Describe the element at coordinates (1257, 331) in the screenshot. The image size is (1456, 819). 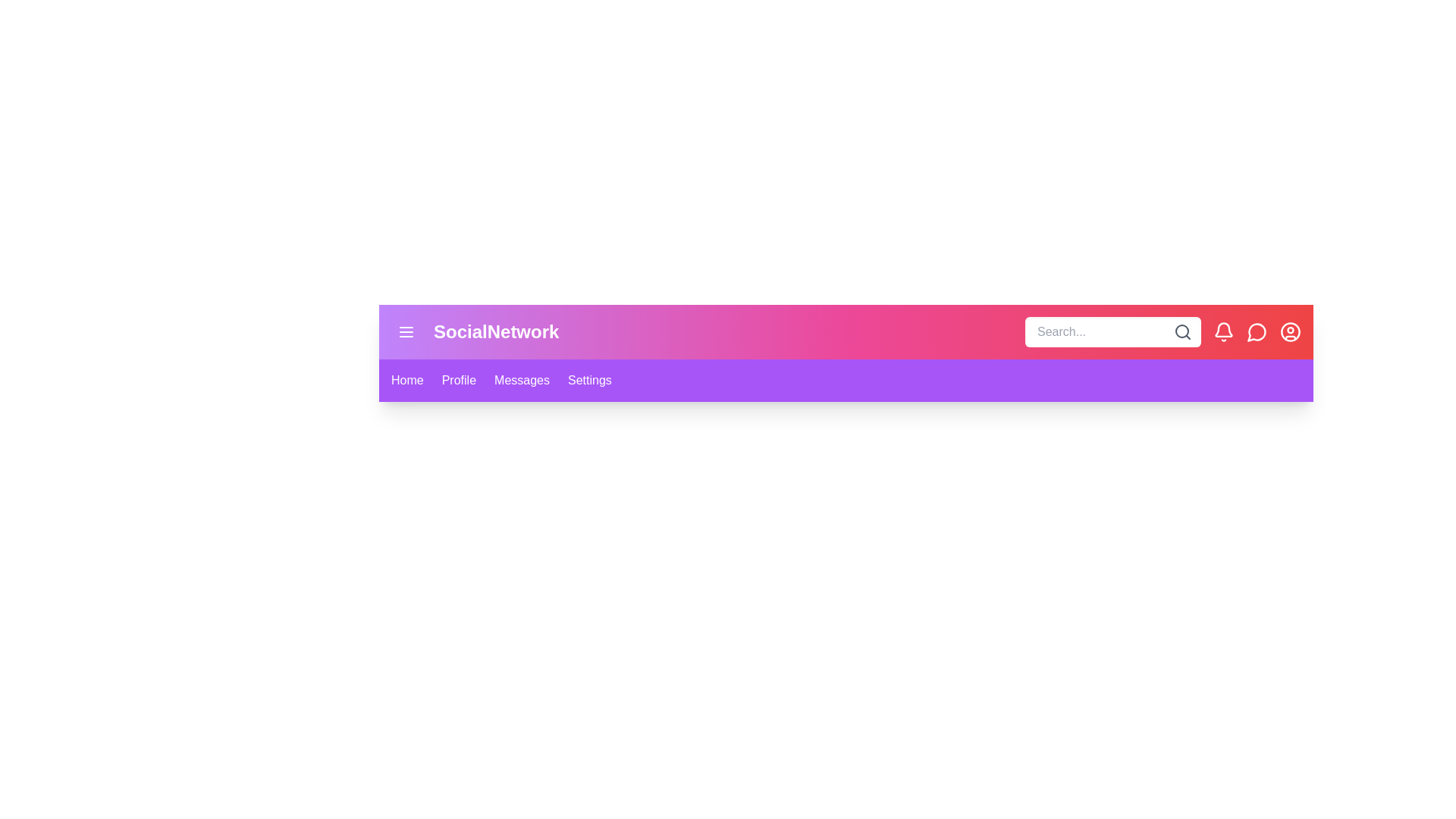
I see `the icons: message` at that location.